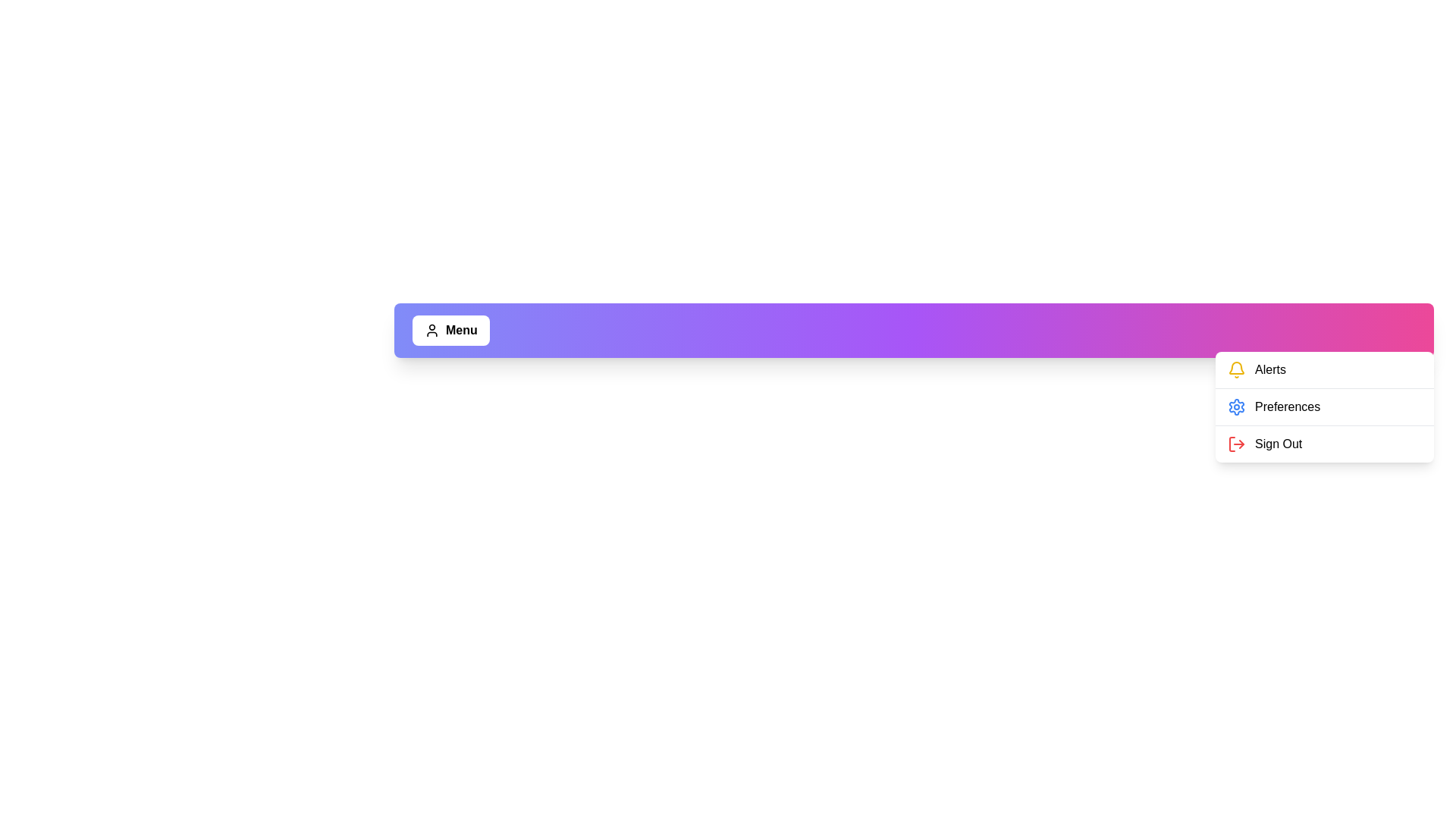  What do you see at coordinates (1232, 406) in the screenshot?
I see `the menu option Preferences to perform its associated action` at bounding box center [1232, 406].